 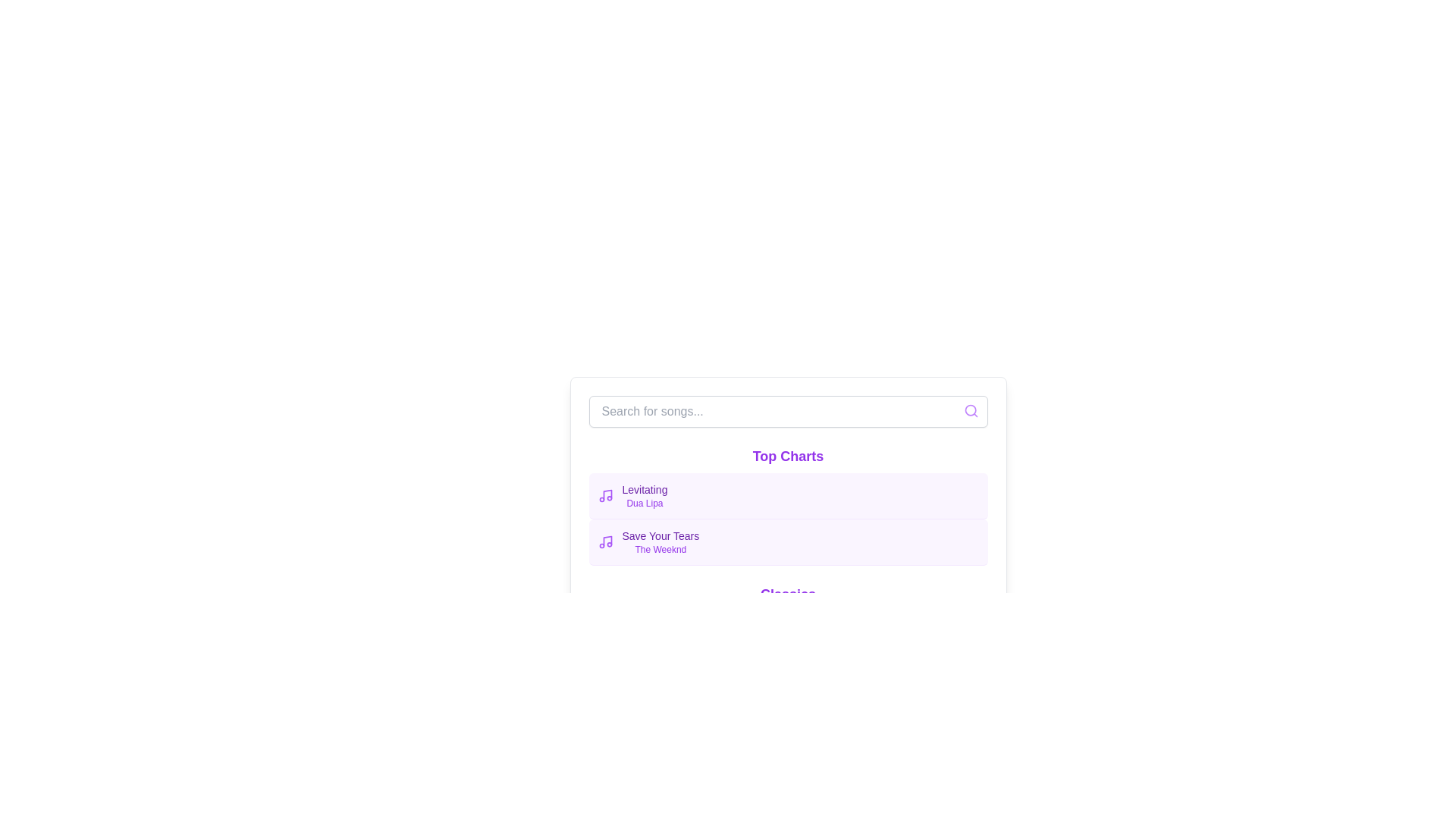 What do you see at coordinates (661, 550) in the screenshot?
I see `the text label displaying 'The Weeknd', which is styled in small size and purple color, positioned below 'Save Your Tears' in the 'Top Charts' list` at bounding box center [661, 550].